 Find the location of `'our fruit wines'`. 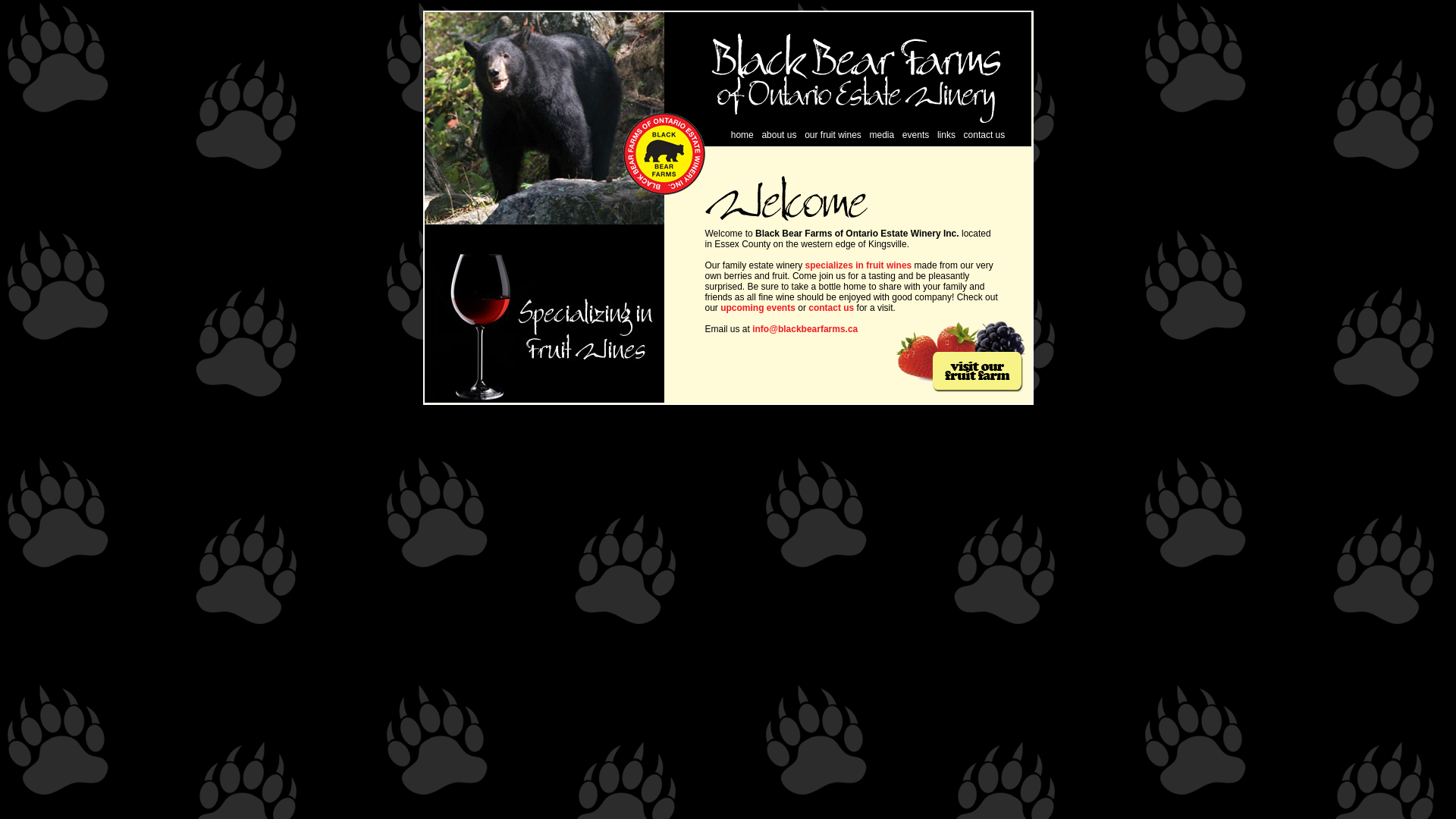

'our fruit wines' is located at coordinates (832, 133).